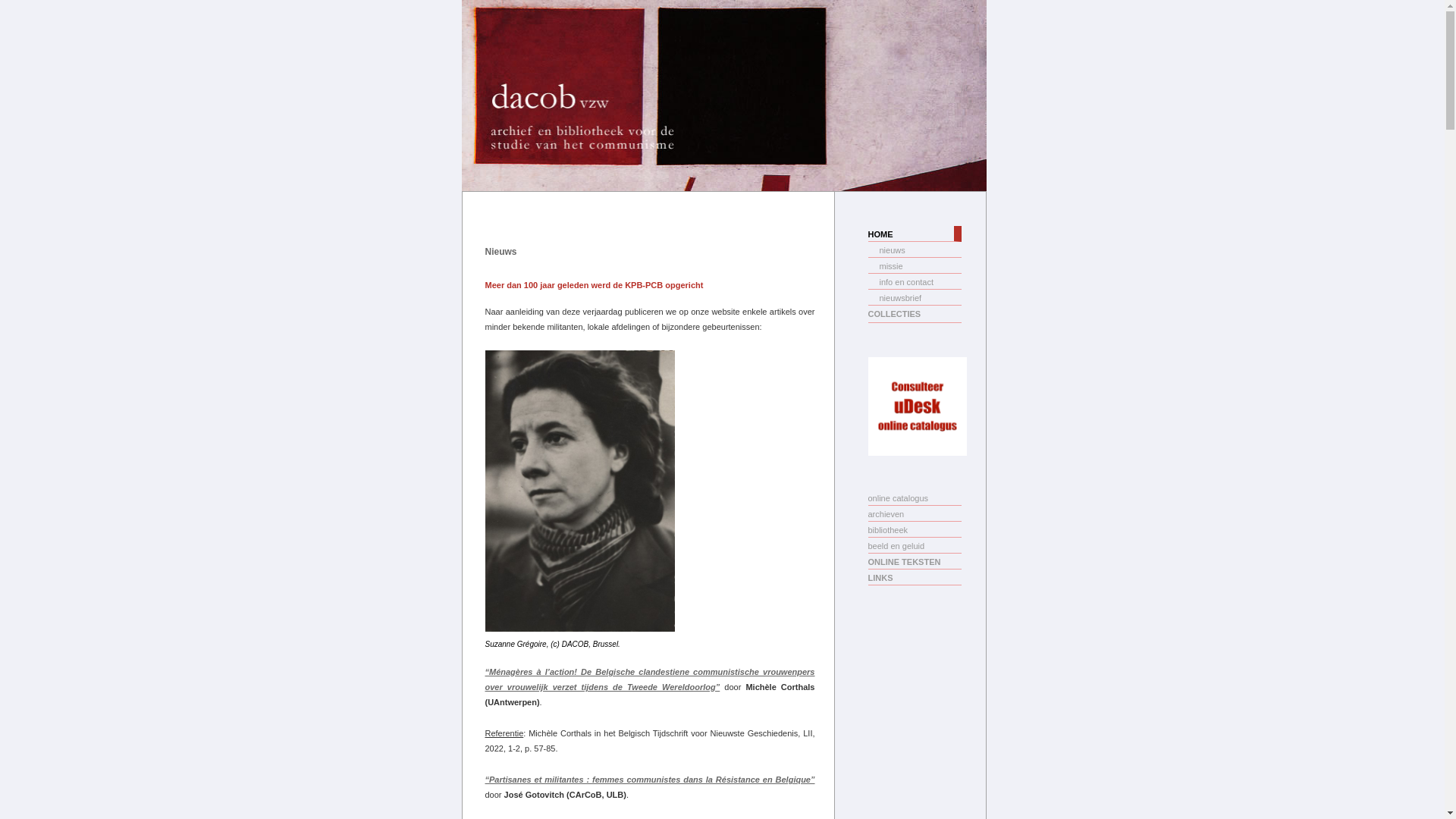 The width and height of the screenshot is (1456, 819). What do you see at coordinates (913, 513) in the screenshot?
I see `'archieven'` at bounding box center [913, 513].